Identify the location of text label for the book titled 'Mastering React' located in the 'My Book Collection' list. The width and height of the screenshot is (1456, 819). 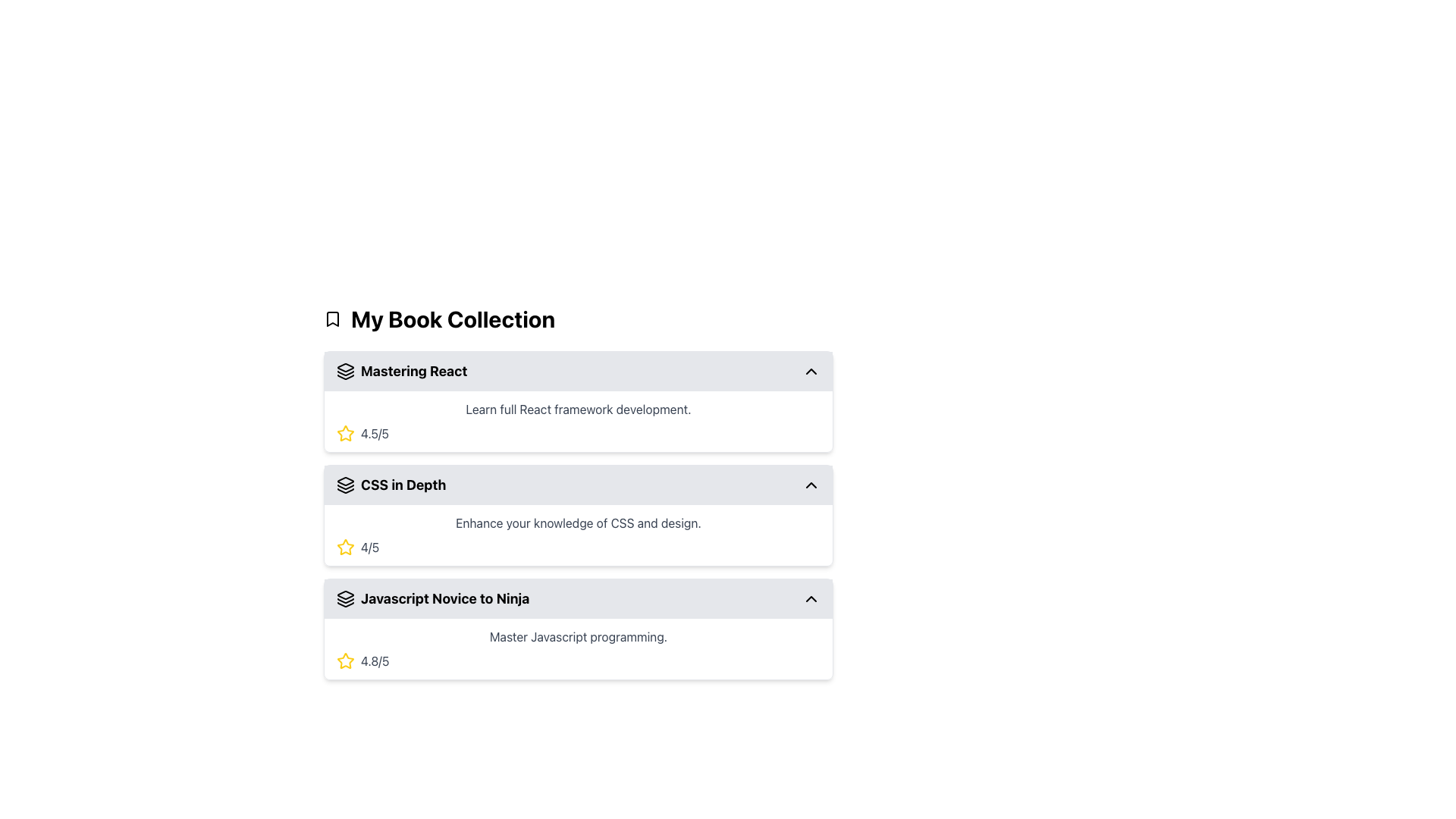
(414, 371).